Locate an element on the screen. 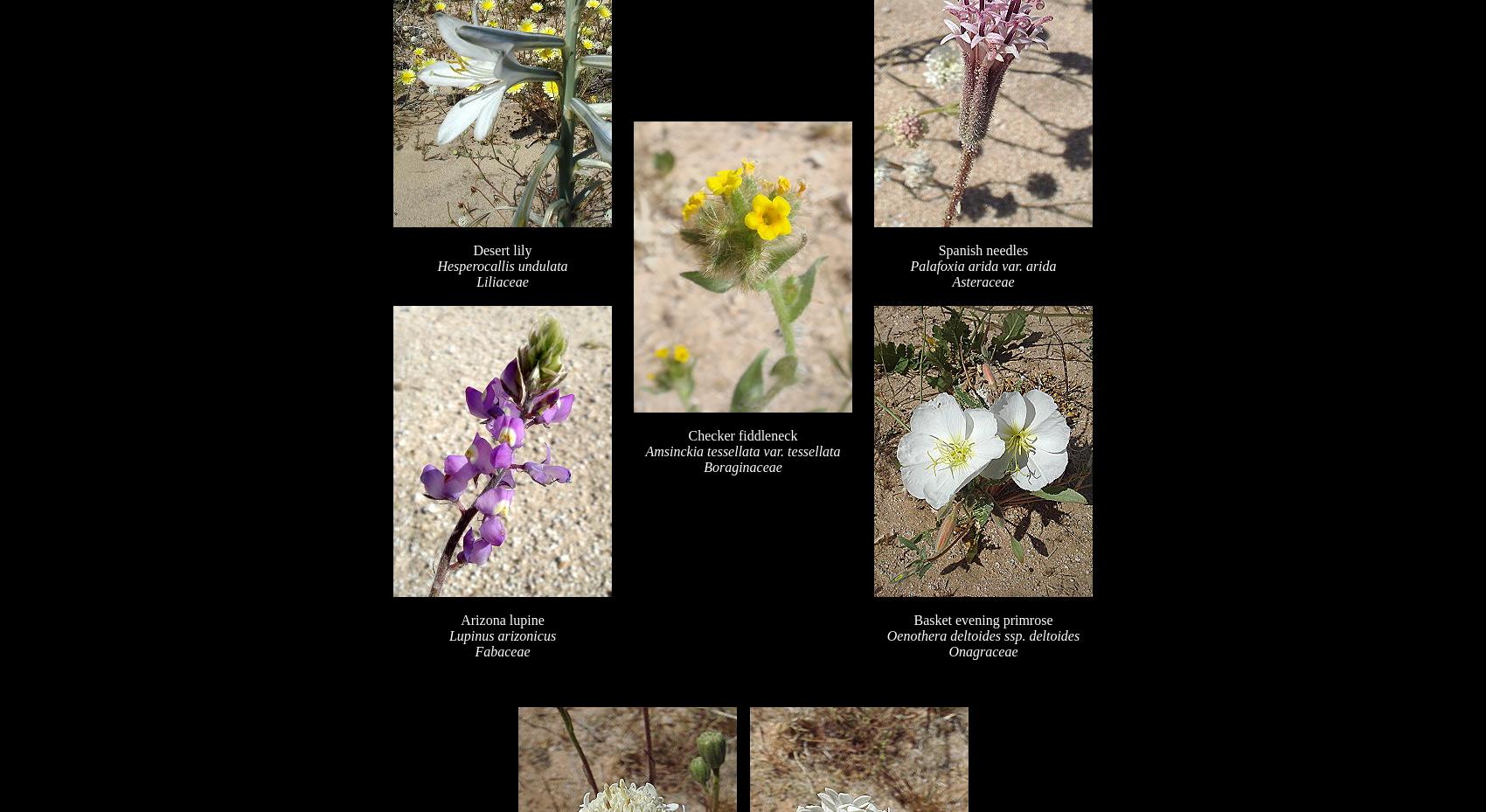 The width and height of the screenshot is (1486, 812). 'Liliaceae' is located at coordinates (501, 281).